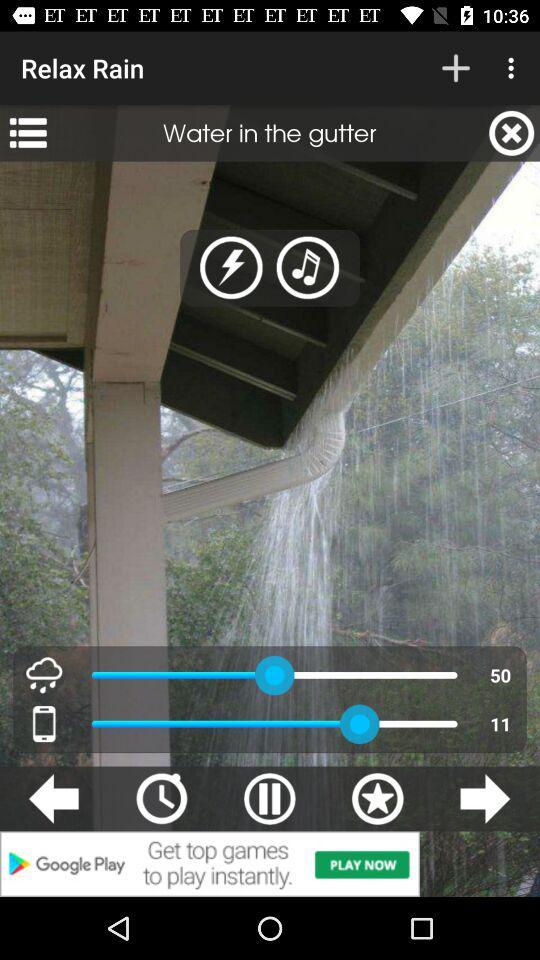 The image size is (540, 960). I want to click on the arrow_backward icon, so click(53, 798).